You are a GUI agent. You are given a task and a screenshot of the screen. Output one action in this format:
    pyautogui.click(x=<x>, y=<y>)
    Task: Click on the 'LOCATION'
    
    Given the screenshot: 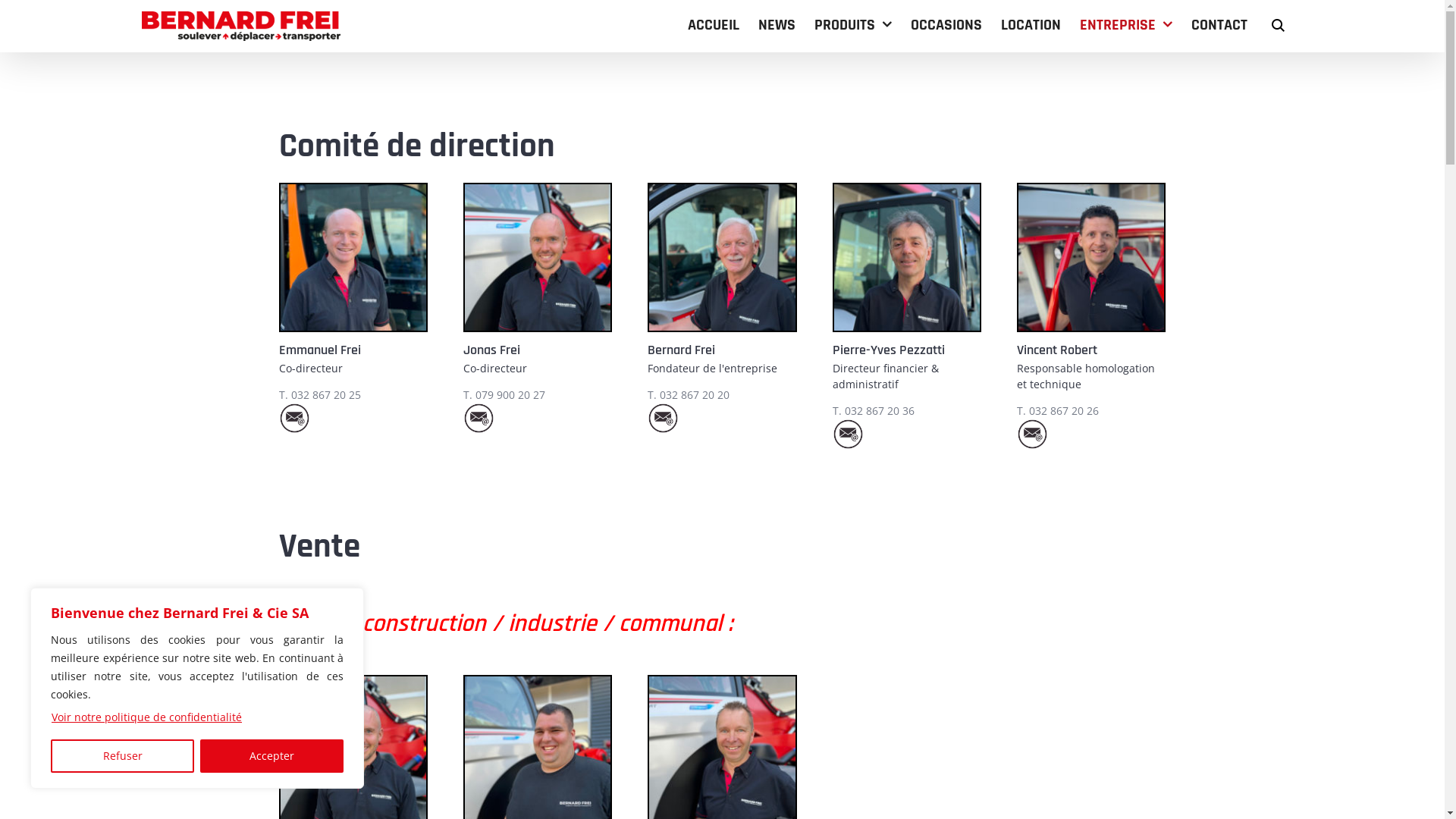 What is the action you would take?
    pyautogui.click(x=1031, y=24)
    